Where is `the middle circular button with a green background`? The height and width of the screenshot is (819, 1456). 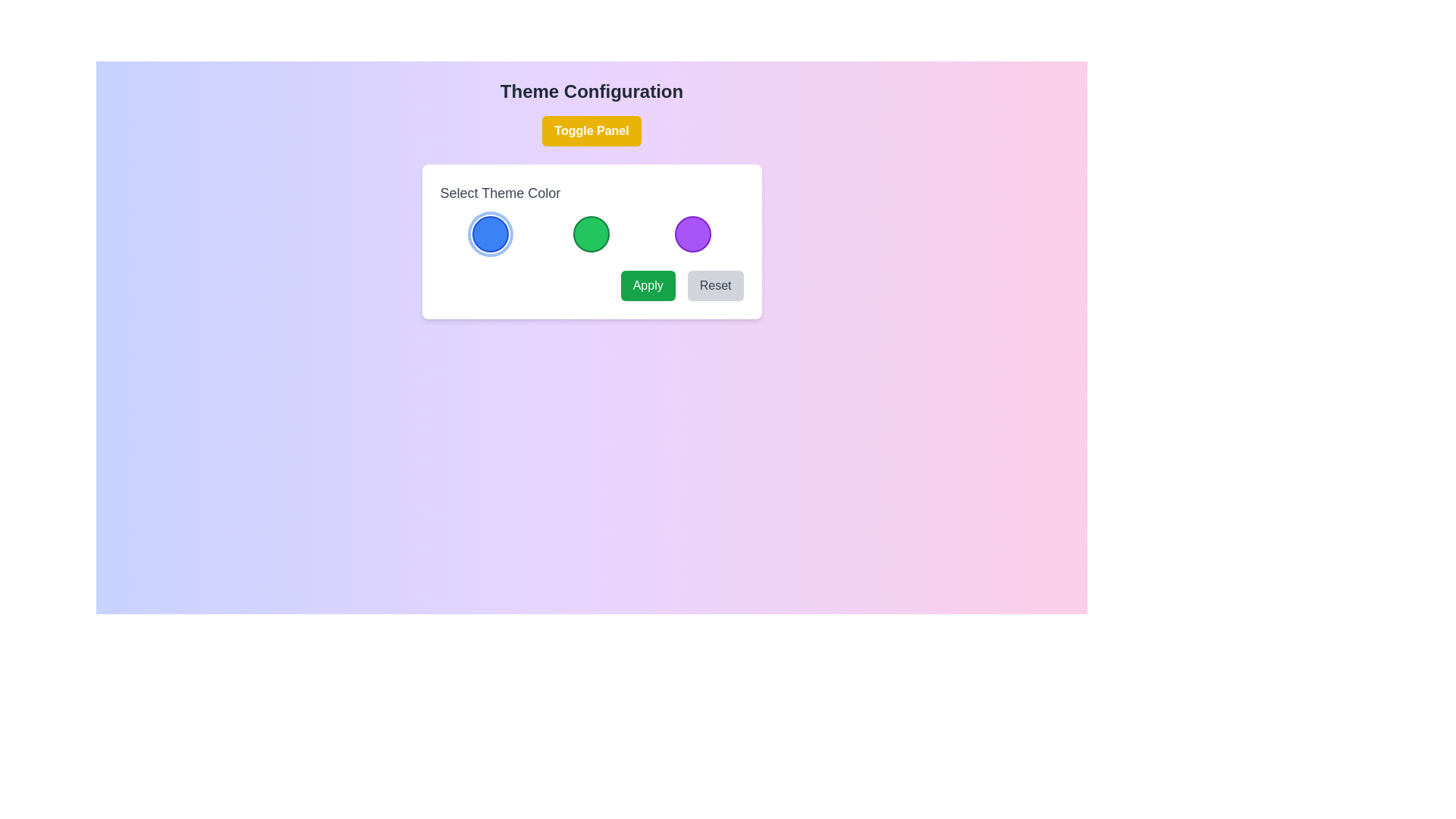 the middle circular button with a green background is located at coordinates (591, 234).